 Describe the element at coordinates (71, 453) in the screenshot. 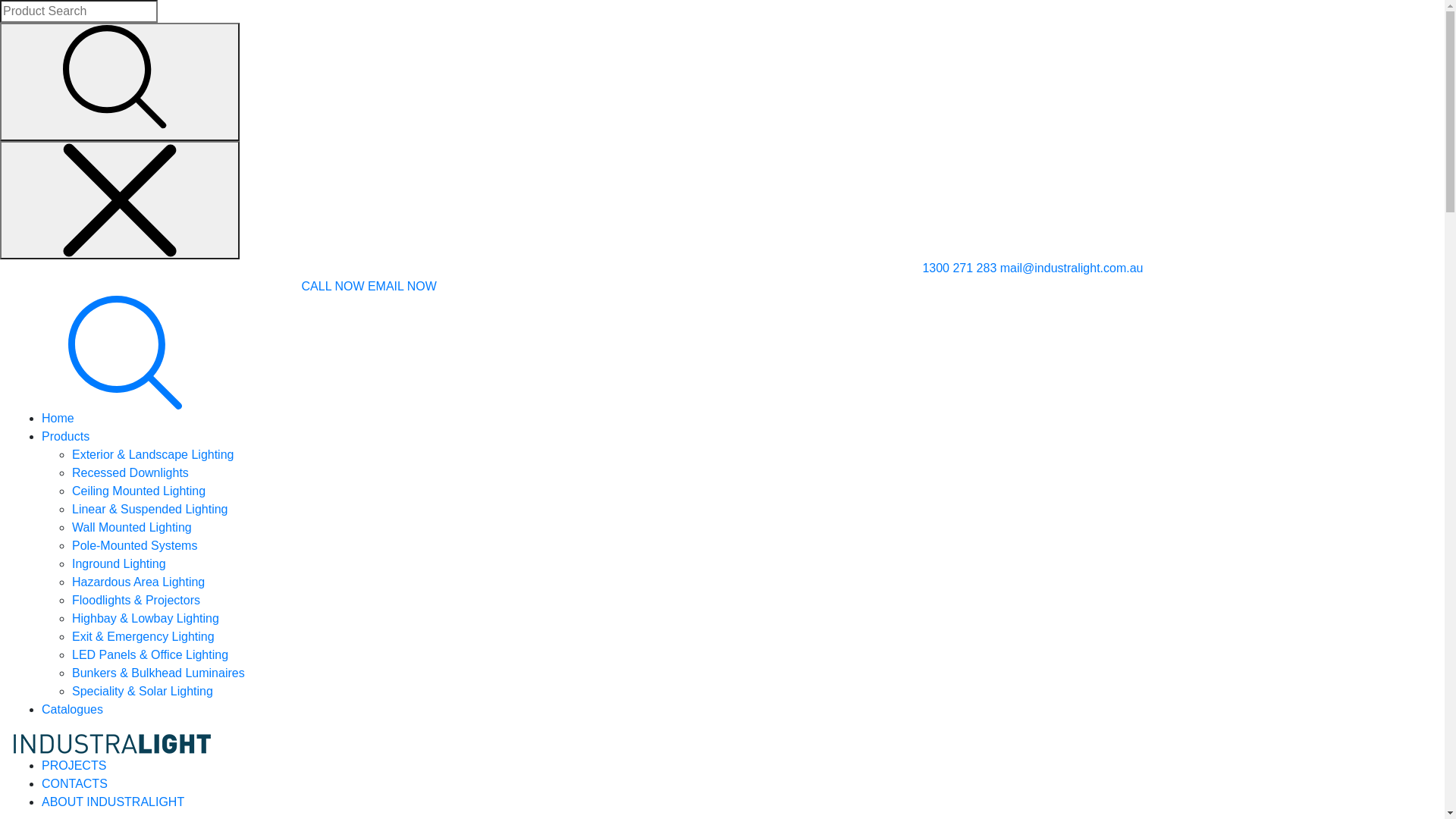

I see `'Exterior & Landscape Lighting'` at that location.